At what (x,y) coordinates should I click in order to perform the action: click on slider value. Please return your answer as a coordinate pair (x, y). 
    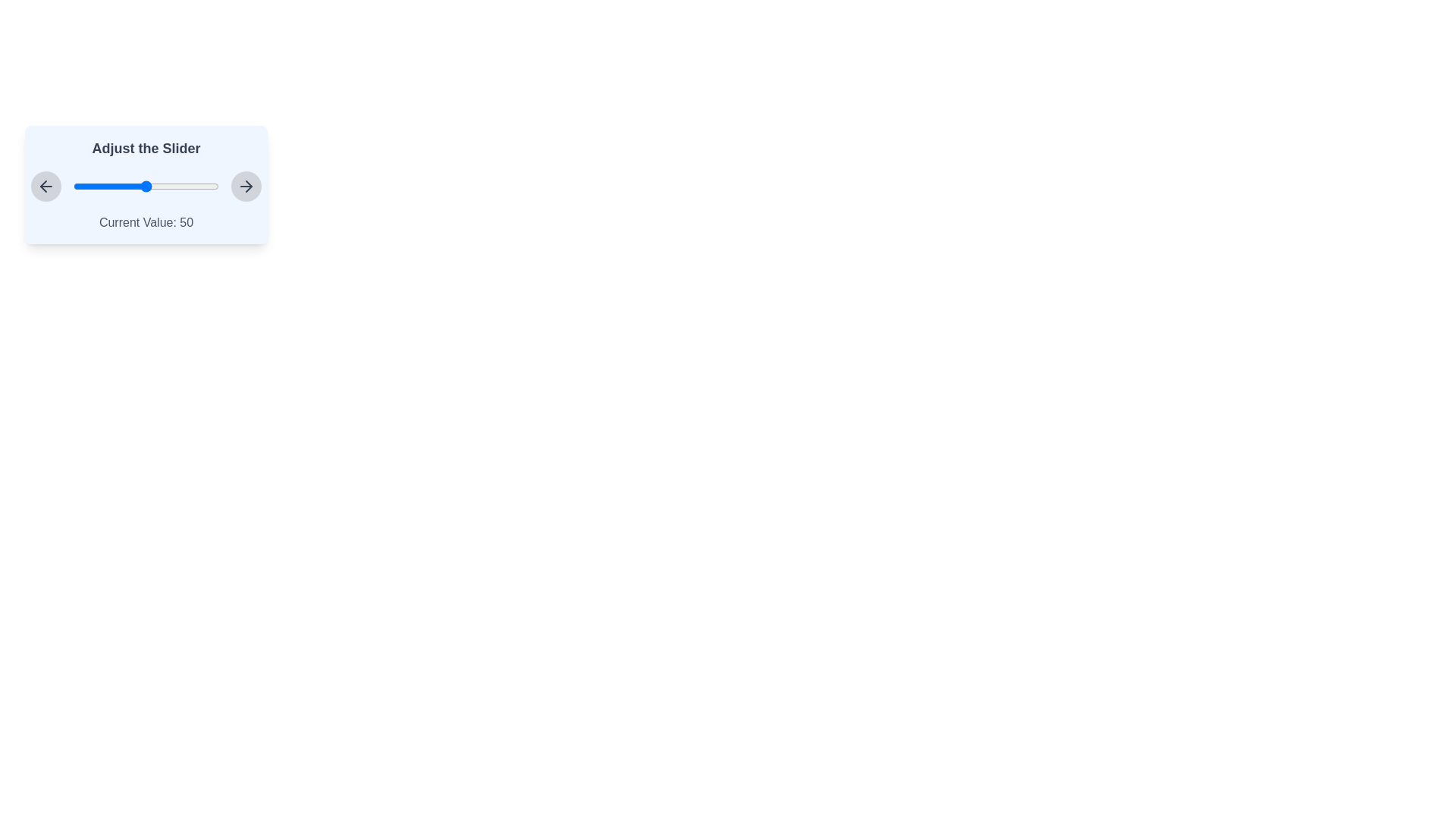
    Looking at the image, I should click on (87, 186).